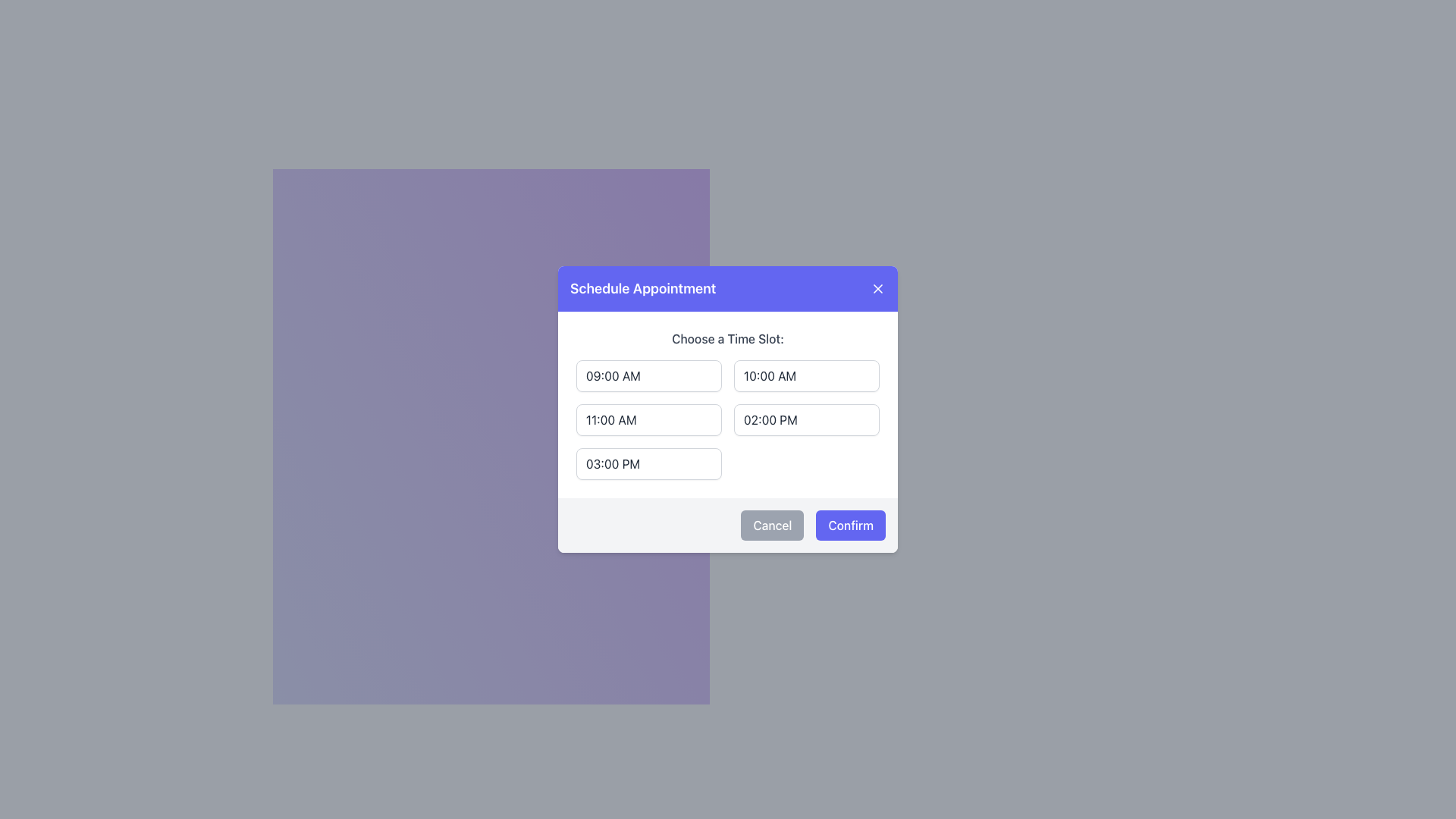 This screenshot has height=819, width=1456. I want to click on the close button represented by an 'X' icon at the top-right corner of the modal header titled 'Schedule Appointment', so click(877, 289).